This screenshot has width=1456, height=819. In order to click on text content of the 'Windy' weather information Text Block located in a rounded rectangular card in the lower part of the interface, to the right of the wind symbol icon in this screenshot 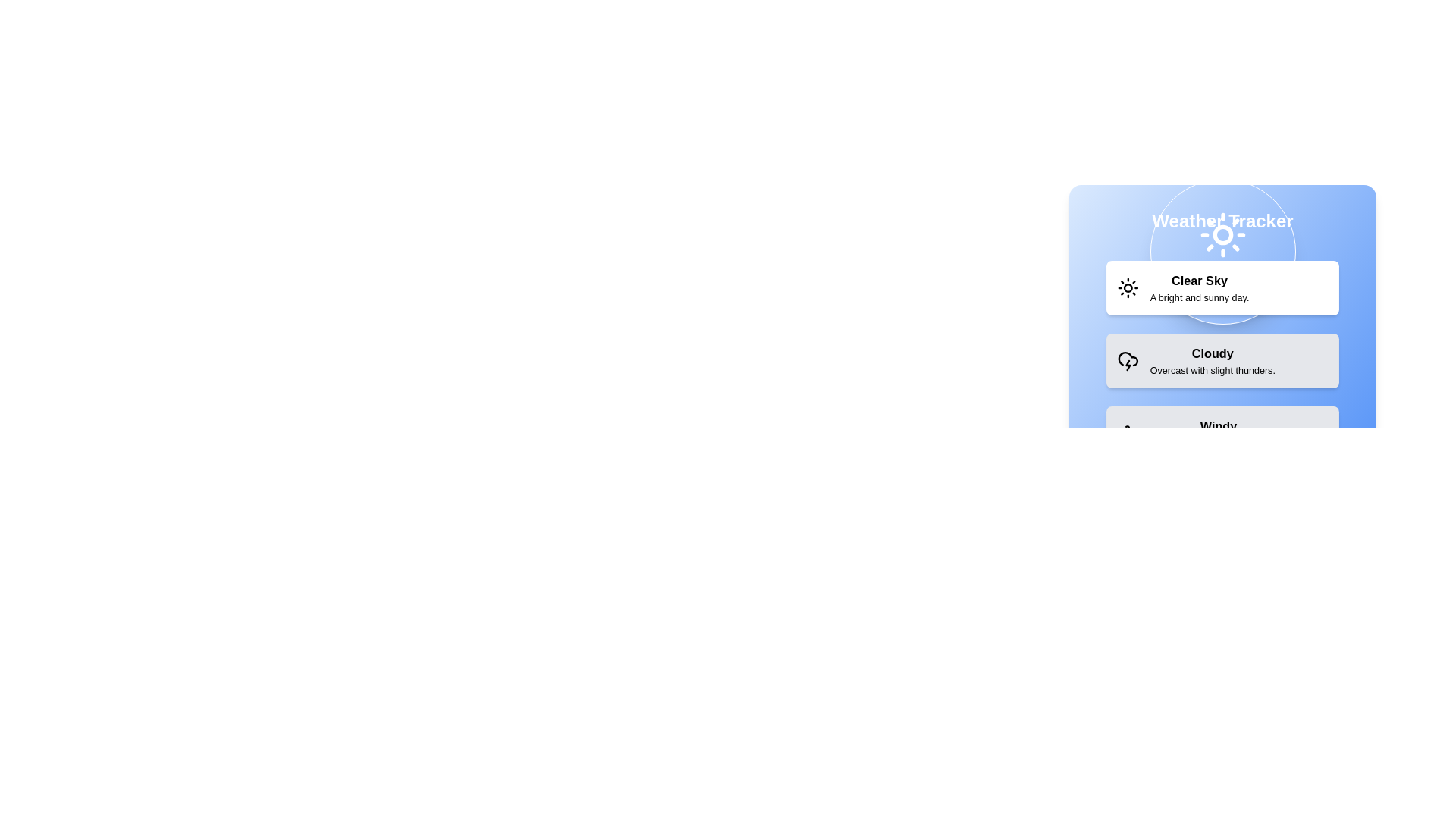, I will do `click(1219, 433)`.